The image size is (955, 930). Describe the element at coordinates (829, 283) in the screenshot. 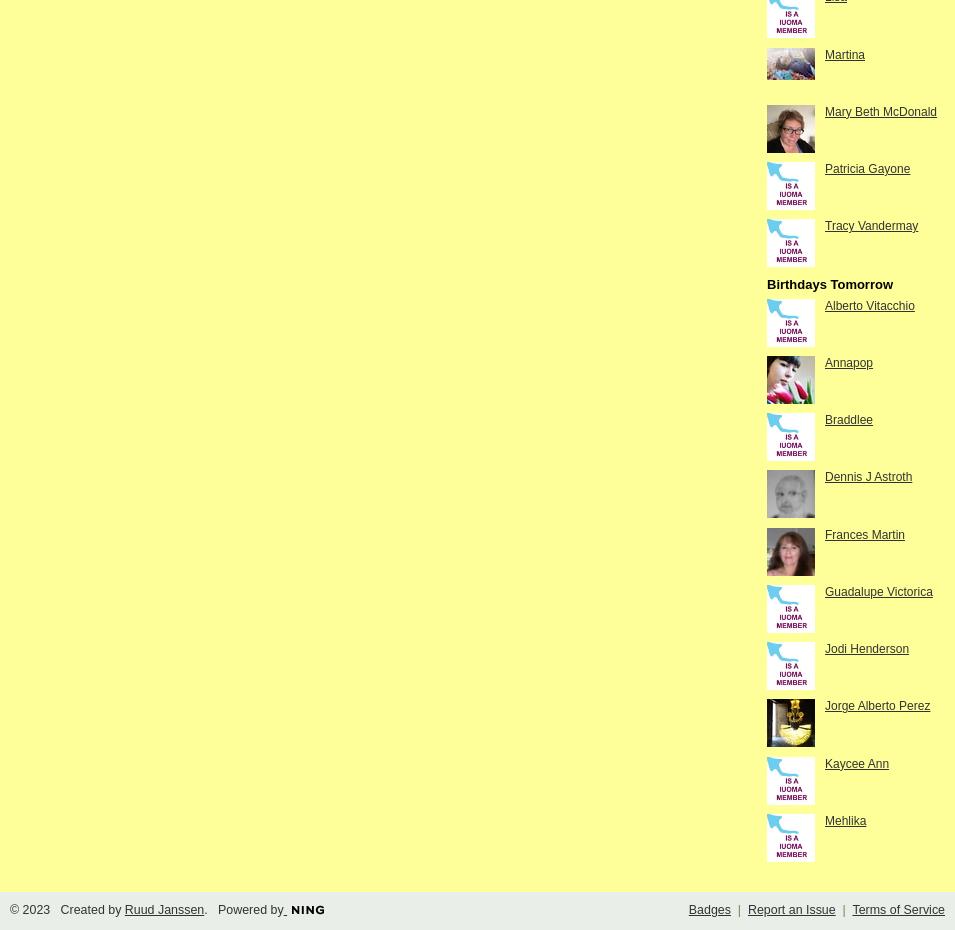

I see `'Birthdays Tomorrow'` at that location.